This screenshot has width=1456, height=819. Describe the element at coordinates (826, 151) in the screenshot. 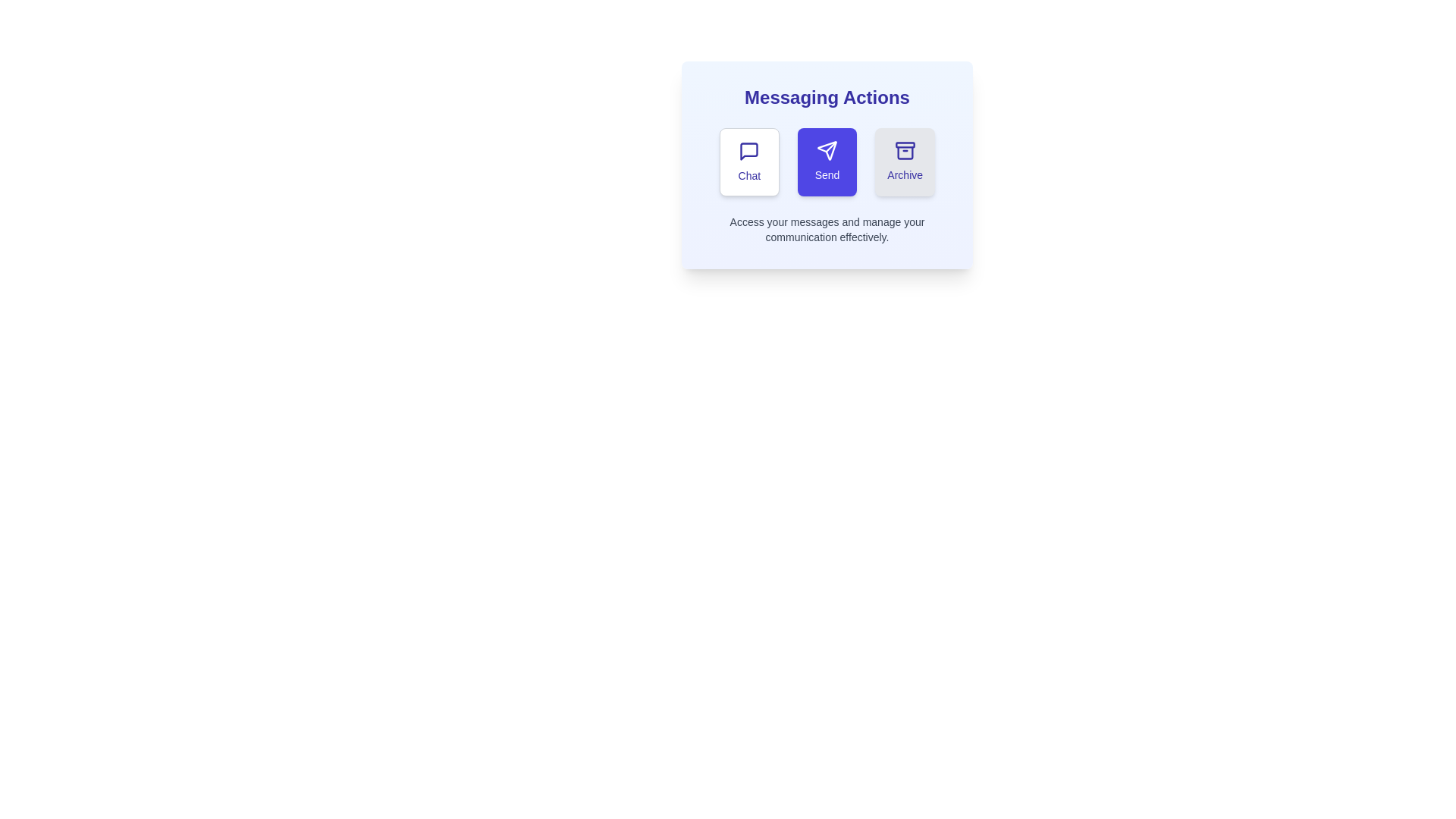

I see `the graphical icon representing the 'Send' action, which is located in the middle section of the 'Messaging Actions' card, highlighted within a blue square background` at that location.